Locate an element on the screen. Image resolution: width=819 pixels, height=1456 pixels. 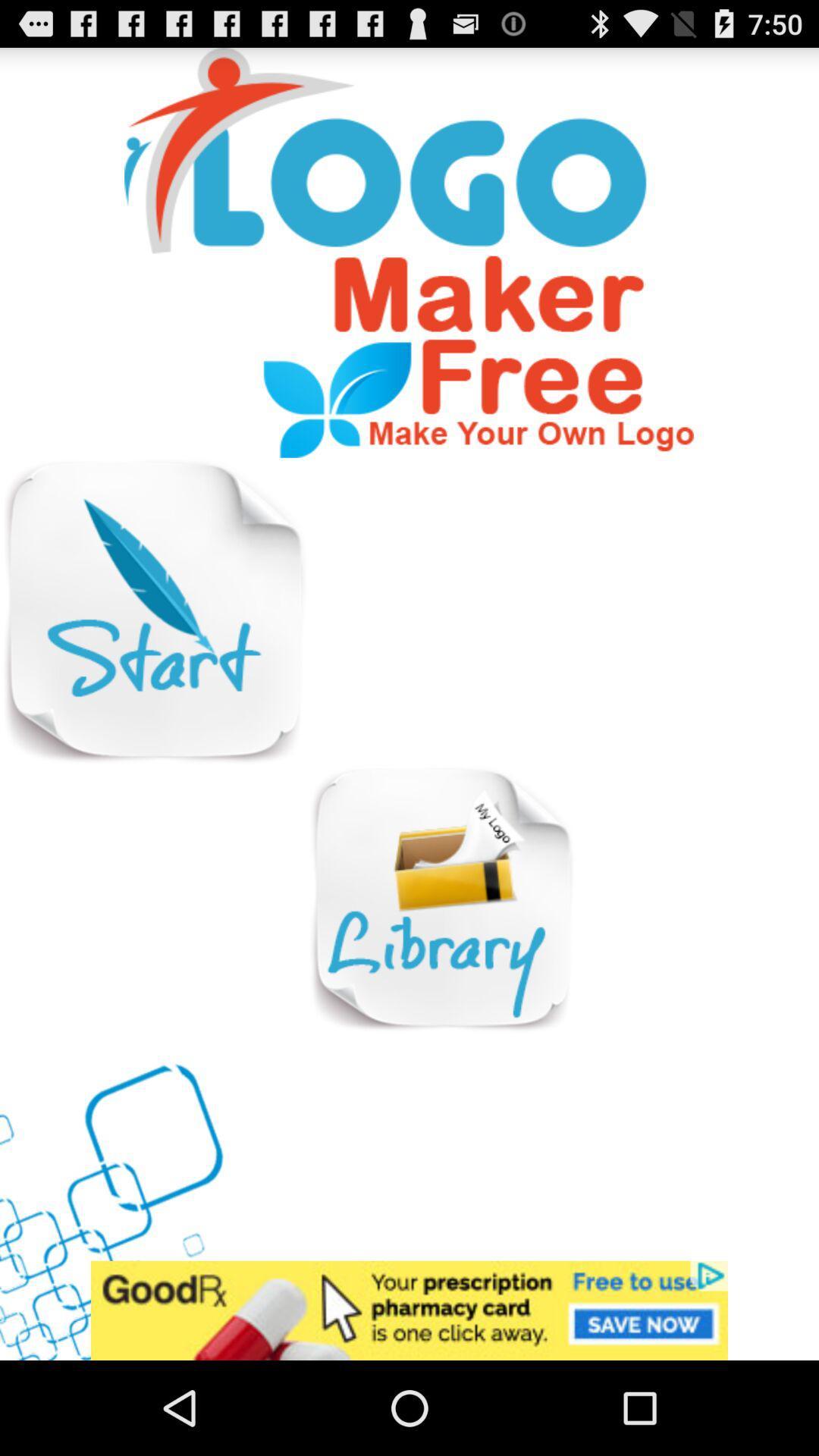
start is located at coordinates (153, 611).